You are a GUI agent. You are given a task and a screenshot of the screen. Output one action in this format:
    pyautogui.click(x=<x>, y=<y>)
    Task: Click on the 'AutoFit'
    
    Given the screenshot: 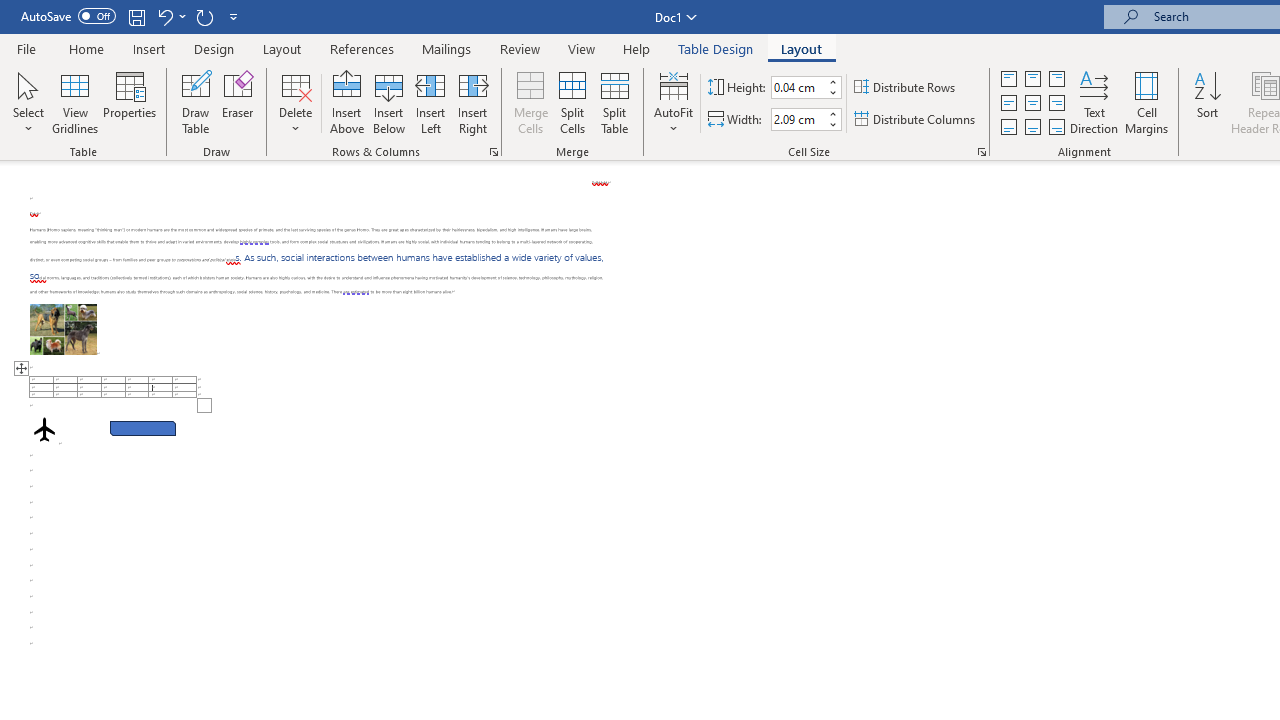 What is the action you would take?
    pyautogui.click(x=673, y=103)
    